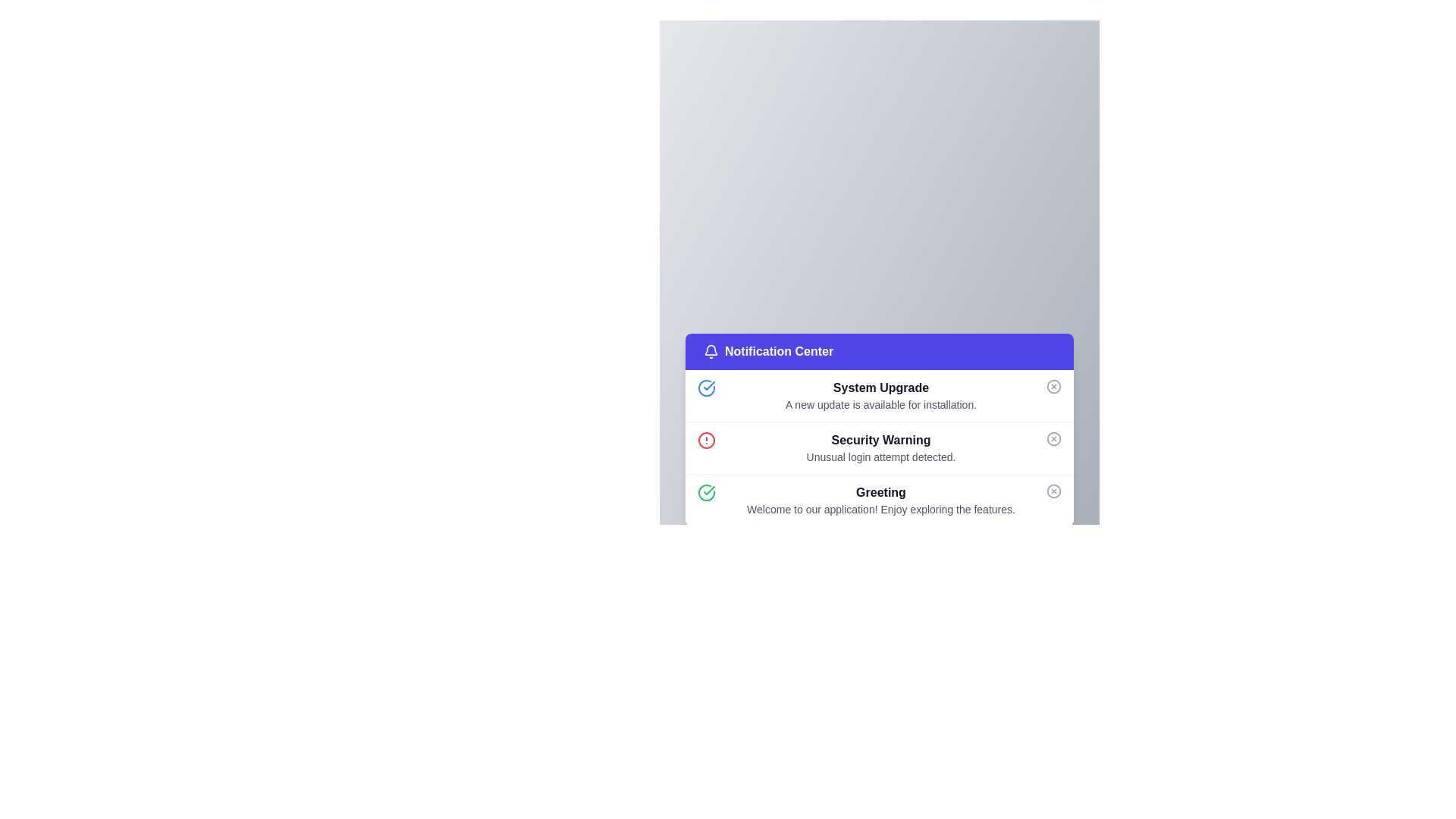  What do you see at coordinates (880, 403) in the screenshot?
I see `the text element that reads 'A new update is available for installation.' which is styled with a smaller font size and light gray color, located below the heading 'System Upgrade' in the notification interface` at bounding box center [880, 403].